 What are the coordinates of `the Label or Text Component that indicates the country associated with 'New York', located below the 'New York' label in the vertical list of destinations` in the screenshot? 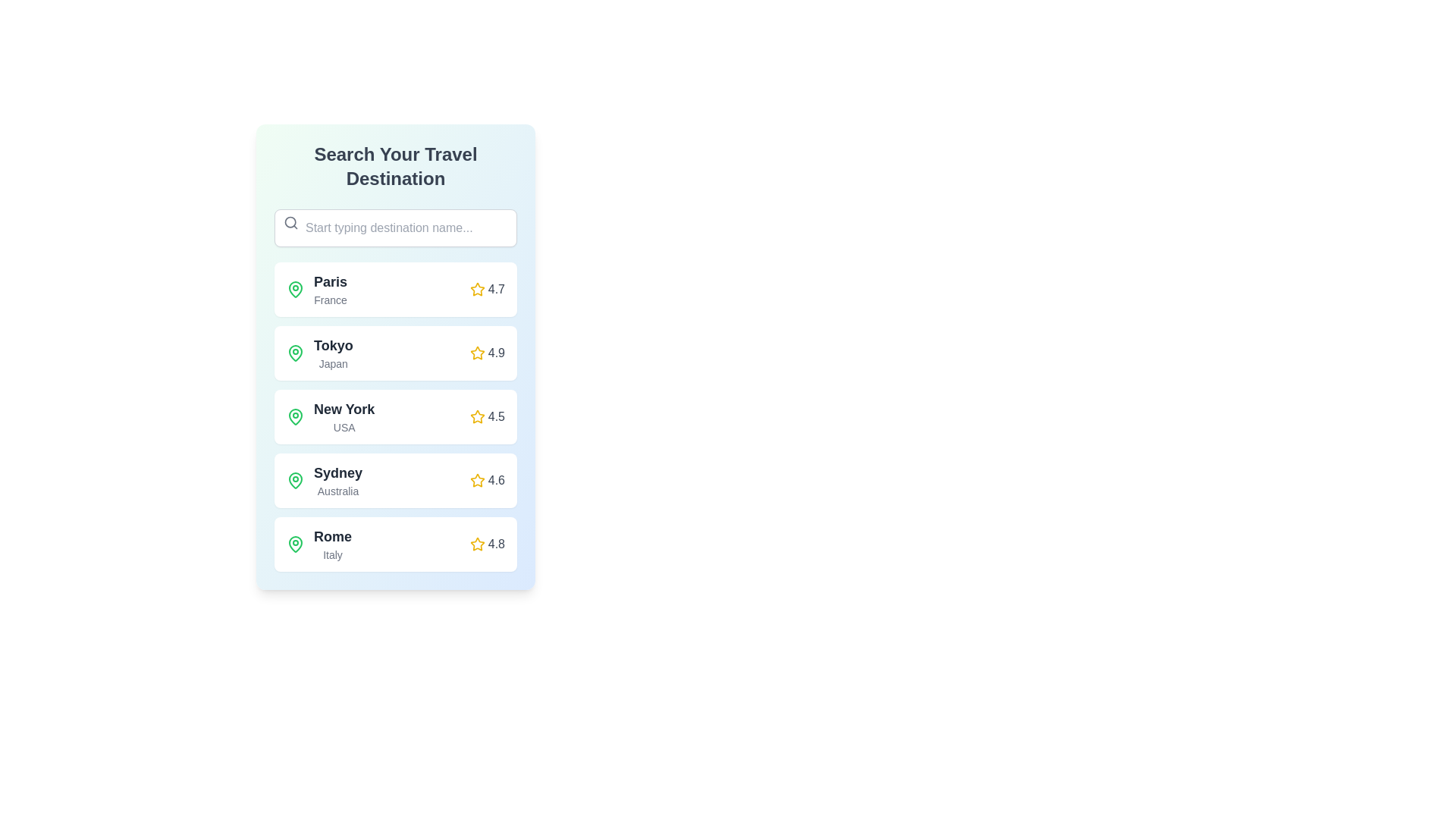 It's located at (344, 427).